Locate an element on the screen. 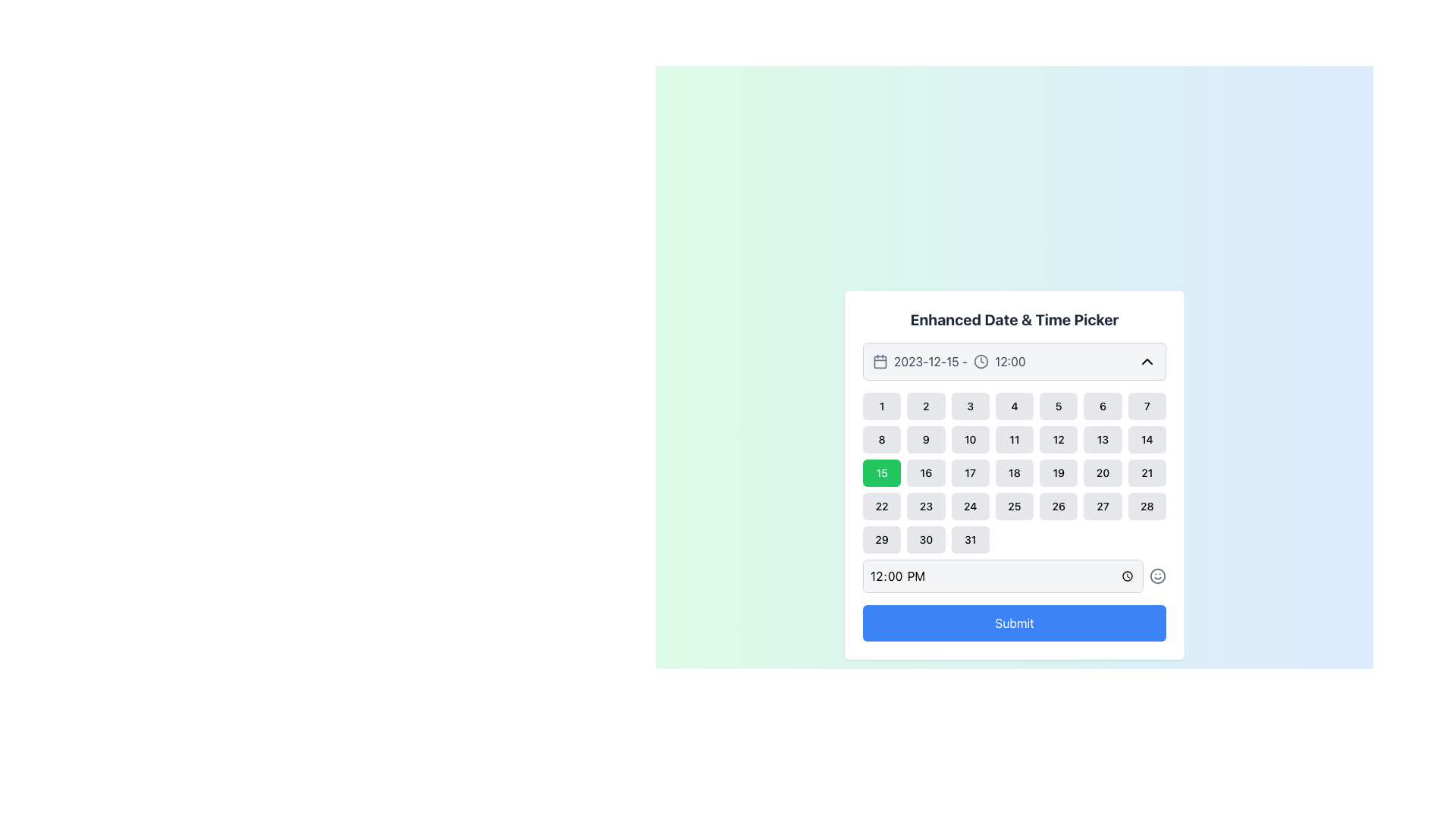  the 'Submit' button with a blue background and rounded corners located at the lower part of the 'Enhanced Date & Time Picker' panel is located at coordinates (1015, 623).